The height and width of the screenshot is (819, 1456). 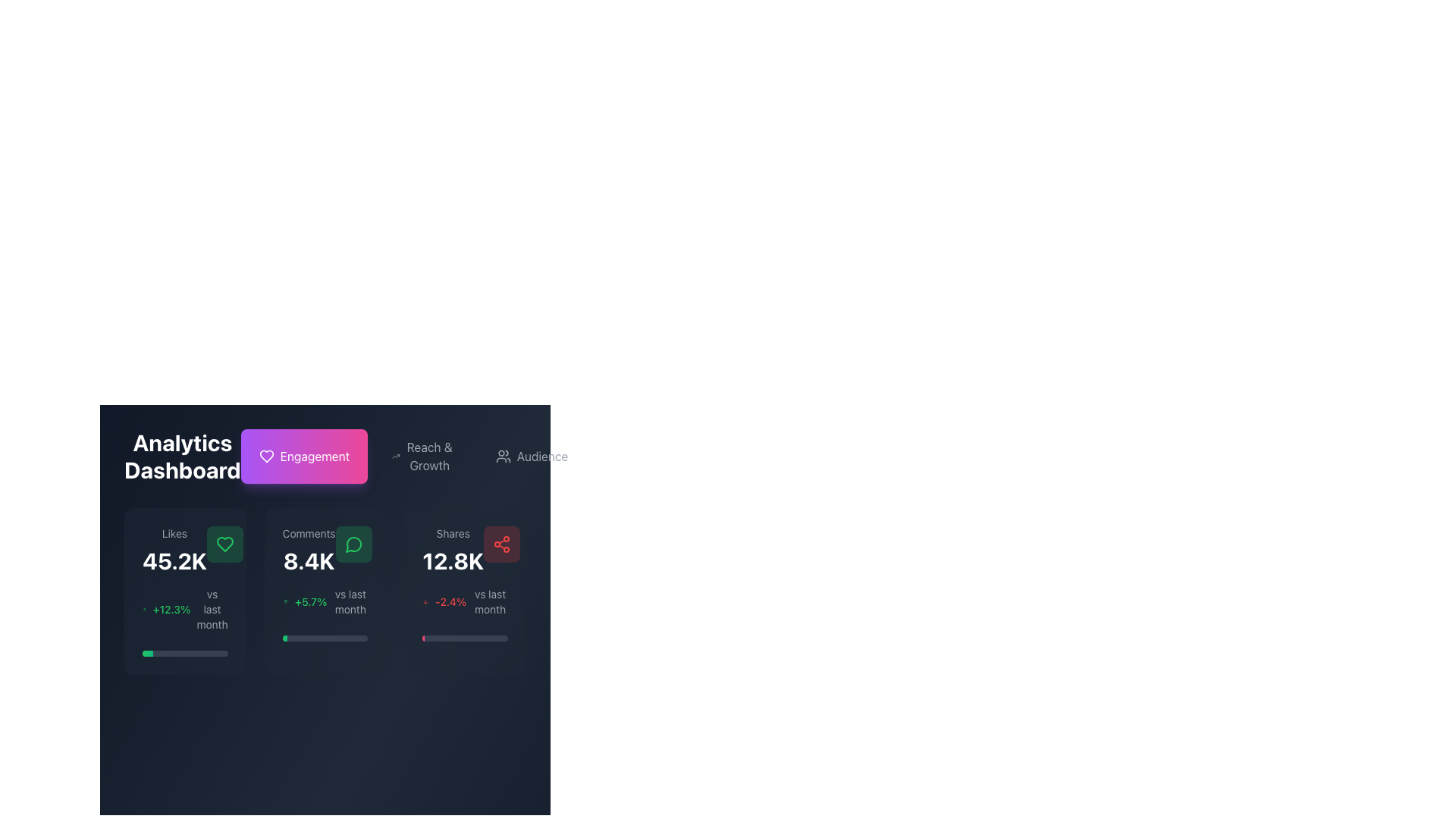 What do you see at coordinates (224, 543) in the screenshot?
I see `the green heart icon located in the 'Likes' panel, which is positioned to the upper right of the text '45.2K'` at bounding box center [224, 543].